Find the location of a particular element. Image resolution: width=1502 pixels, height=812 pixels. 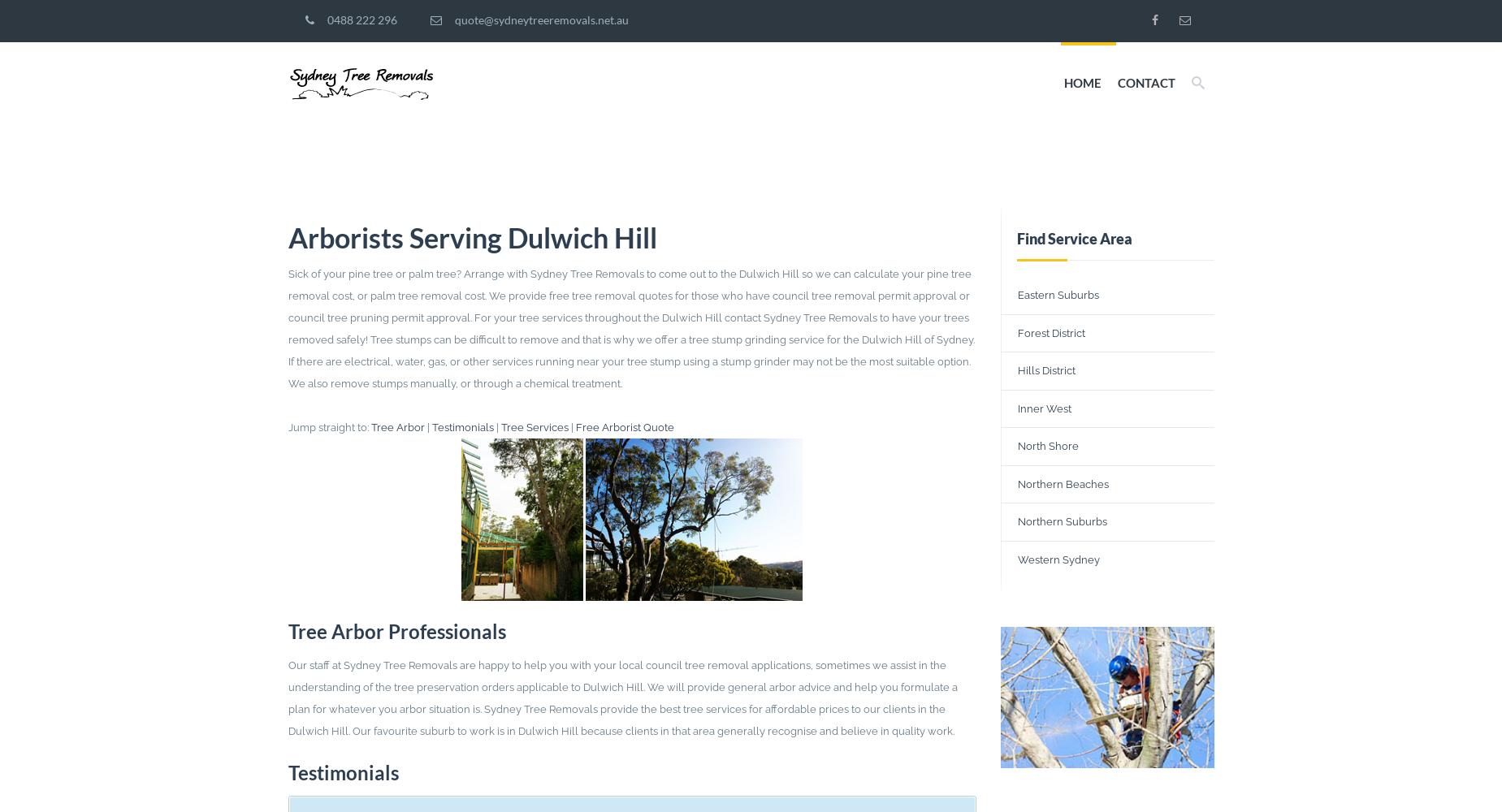

'Western Sydney' is located at coordinates (1018, 559).